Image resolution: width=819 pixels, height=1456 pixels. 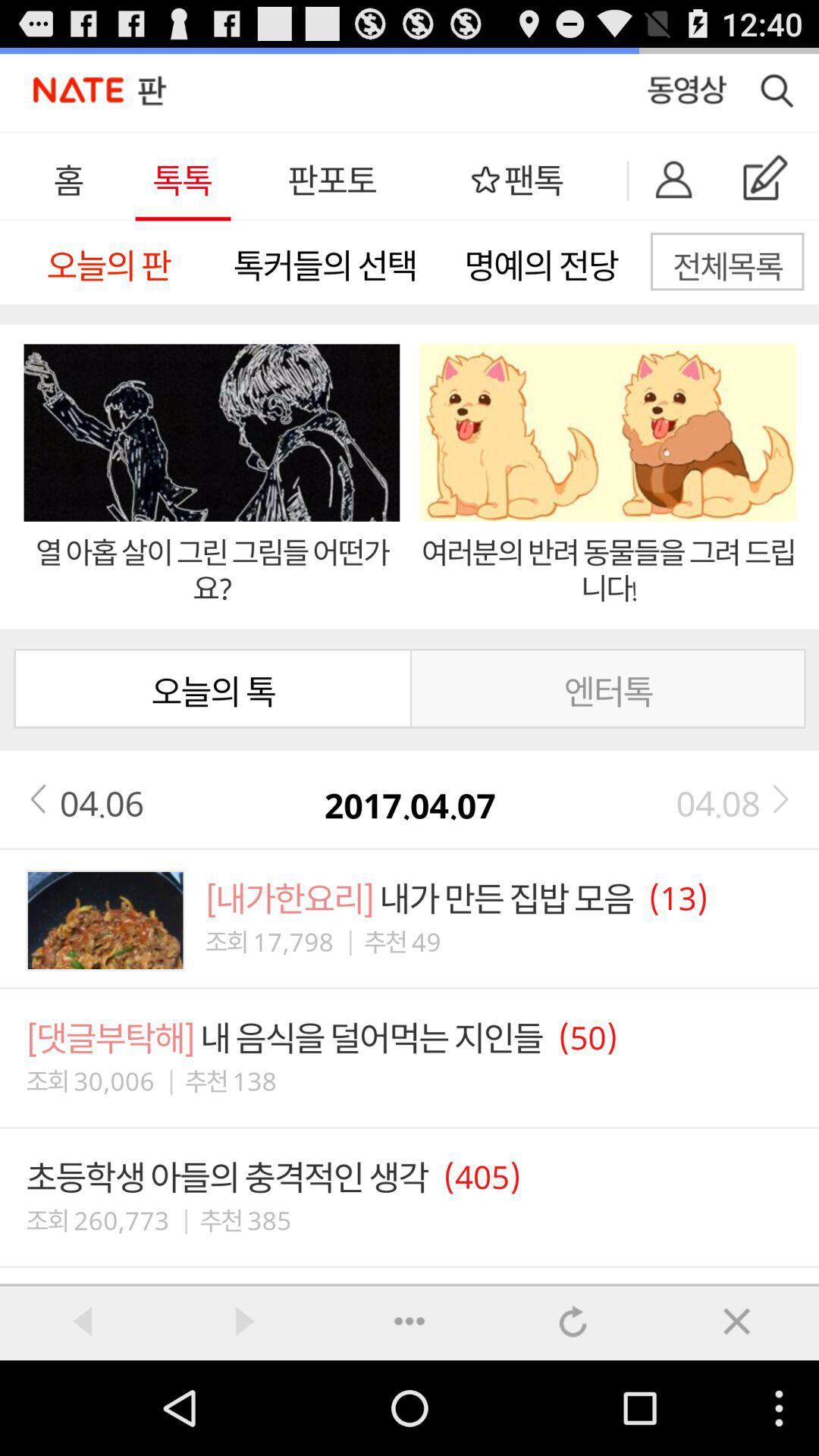 I want to click on the swap icon, so click(x=573, y=1413).